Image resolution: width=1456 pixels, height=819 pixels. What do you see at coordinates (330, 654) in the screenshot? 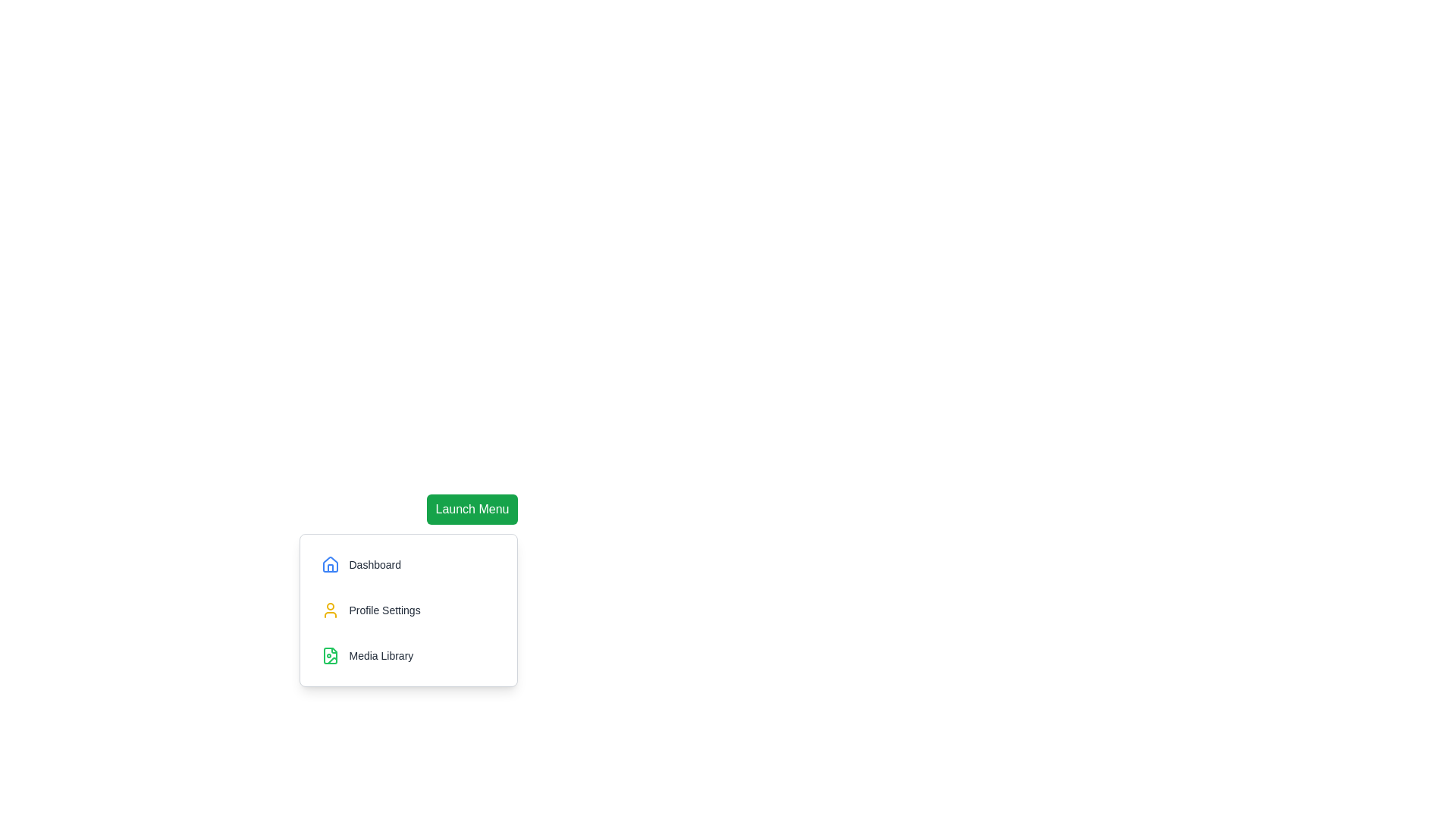
I see `the non-interactive graphical icon representing the 'Media Library' section located in the dropdown menu, adjacent to the 'Media Library' label` at bounding box center [330, 654].